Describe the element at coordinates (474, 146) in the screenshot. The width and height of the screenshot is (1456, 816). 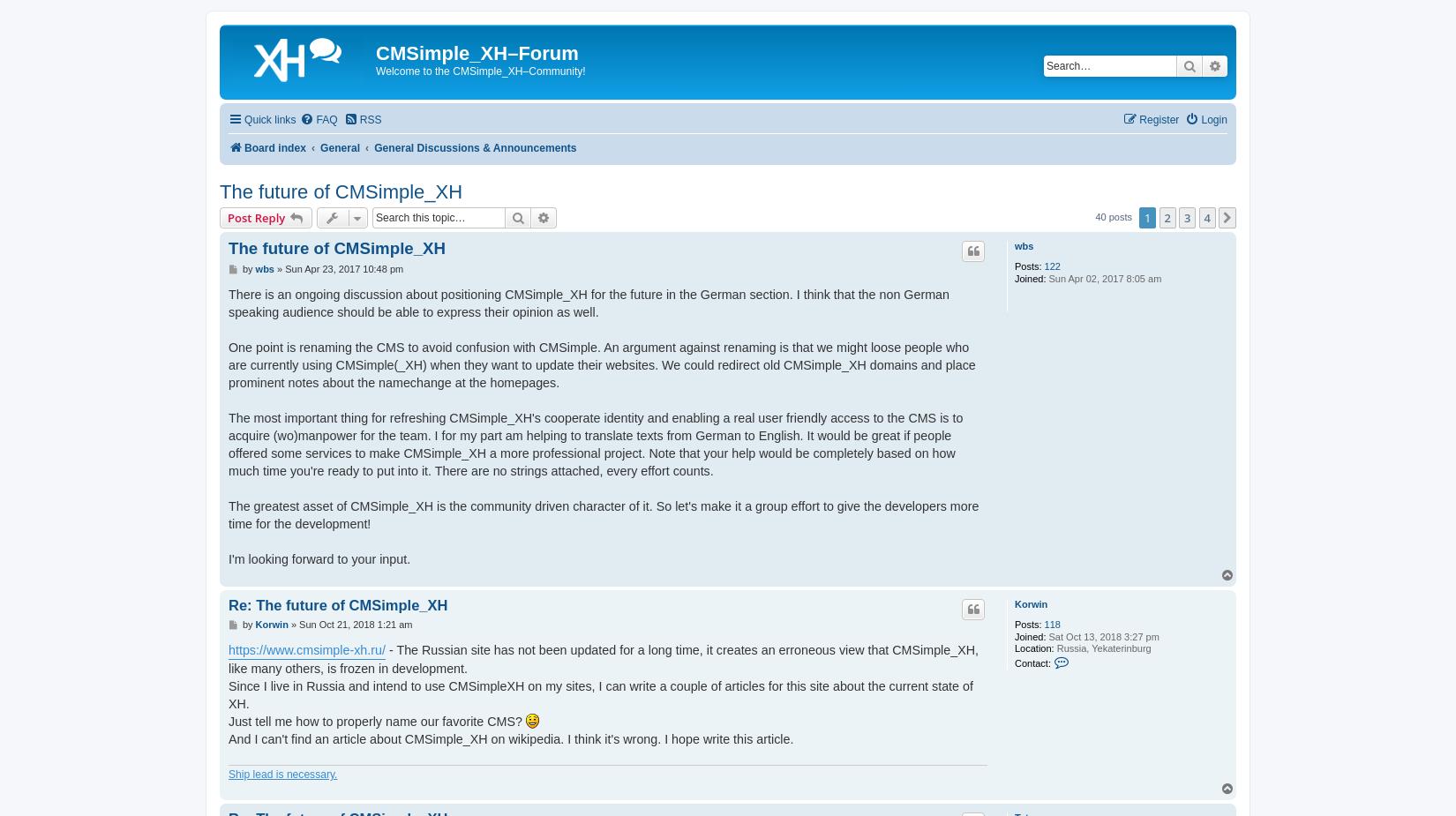
I see `'General Discussions & Announcements'` at that location.